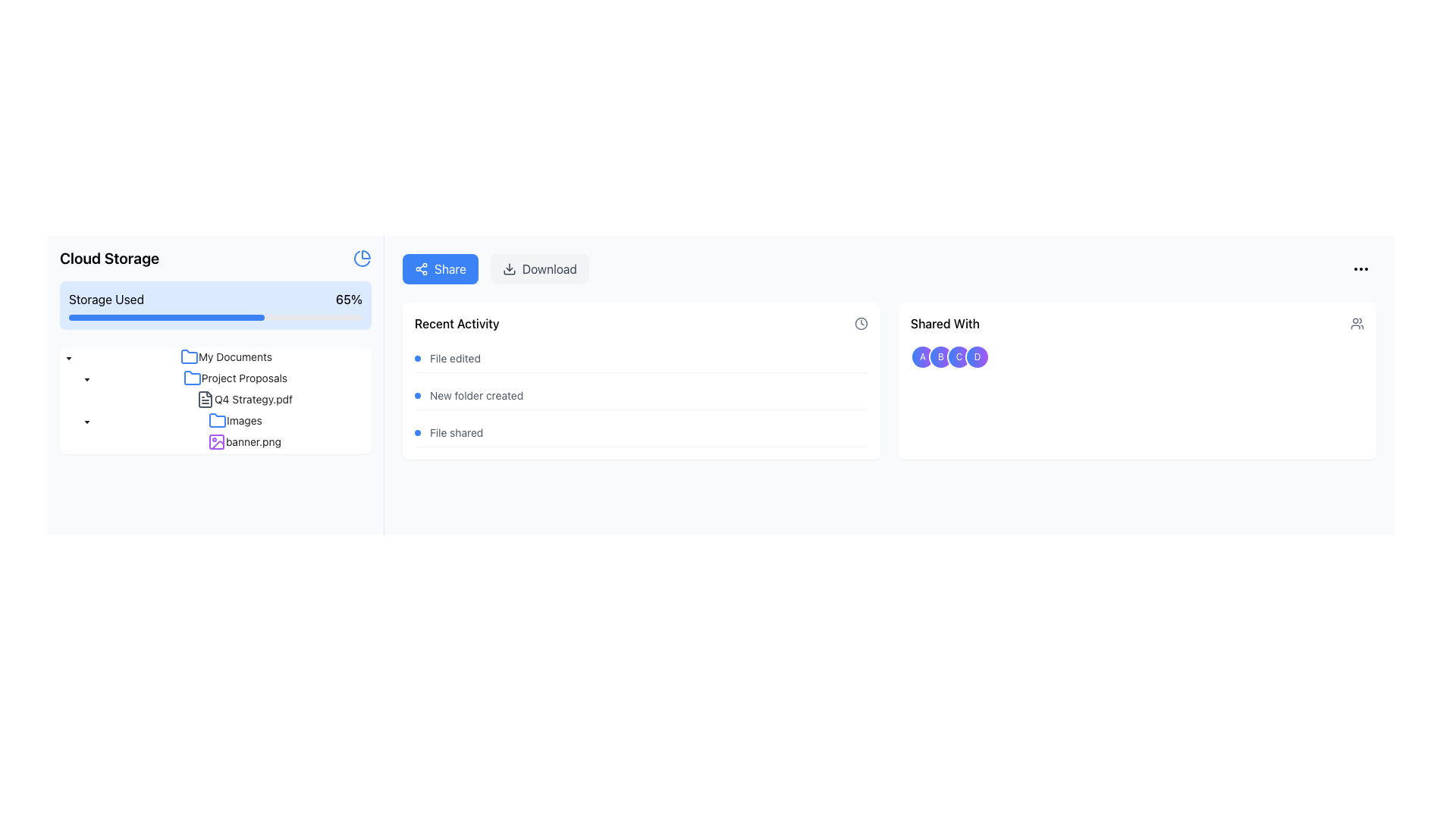 This screenshot has width=1456, height=819. I want to click on the 'Project Proposals' folder icon, so click(215, 377).